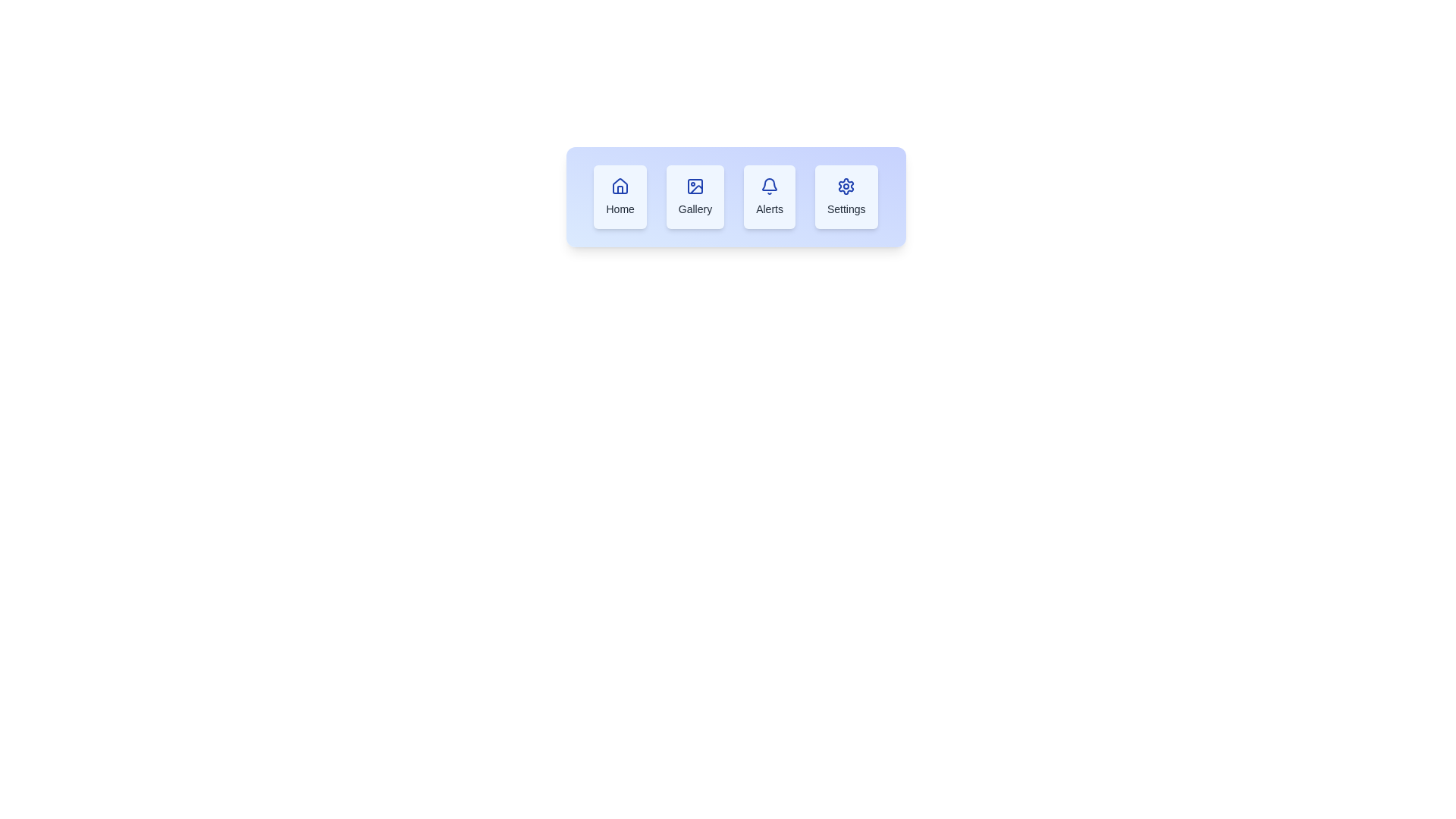 The image size is (1456, 819). What do you see at coordinates (620, 185) in the screenshot?
I see `the house-shaped icon located at the leftmost position in the horizontal menu bar under the 'Home' label` at bounding box center [620, 185].